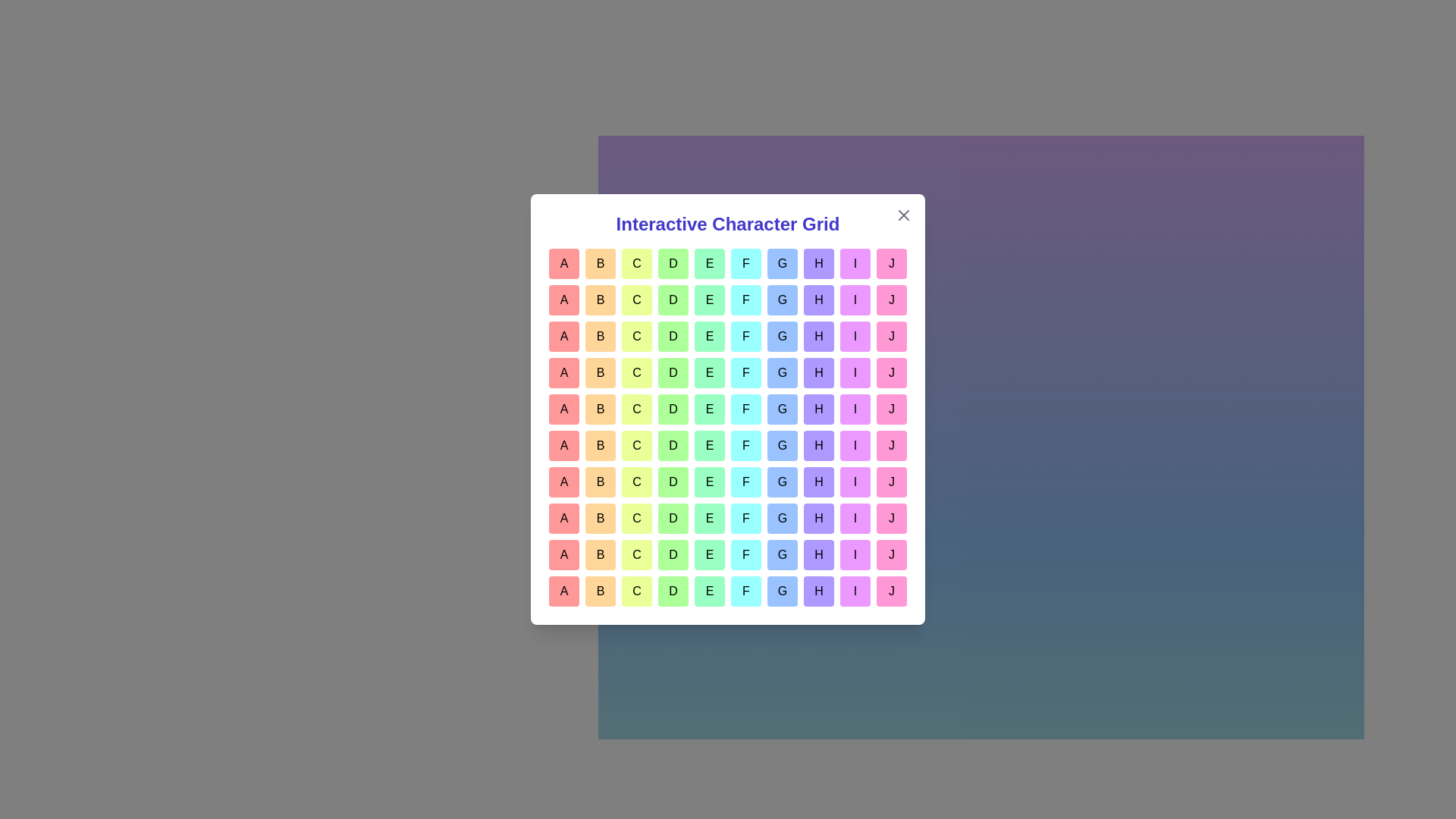 The image size is (1456, 819). What do you see at coordinates (563, 262) in the screenshot?
I see `the grid cell labeled A` at bounding box center [563, 262].